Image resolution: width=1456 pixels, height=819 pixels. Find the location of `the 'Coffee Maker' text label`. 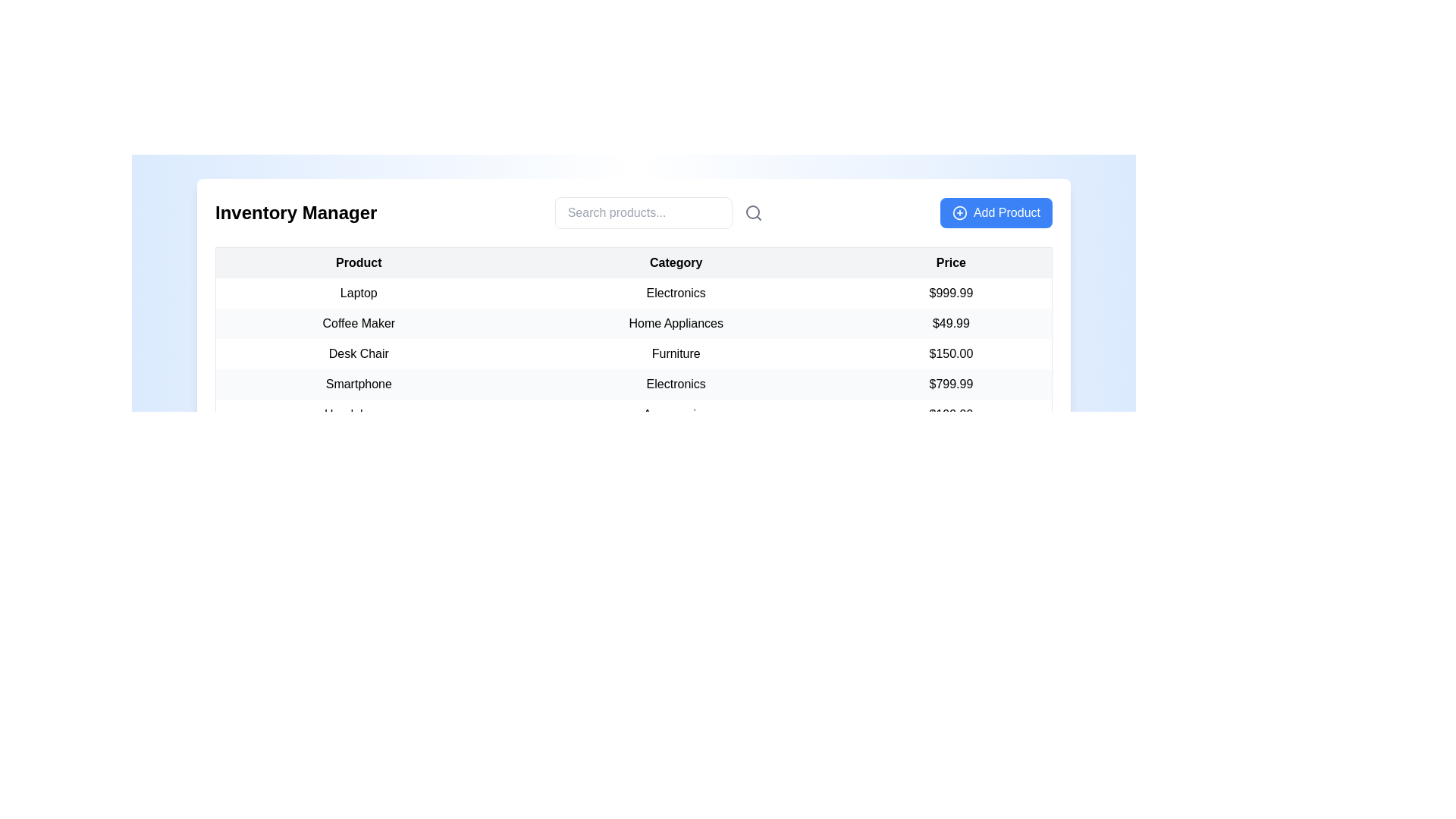

the 'Coffee Maker' text label is located at coordinates (358, 323).